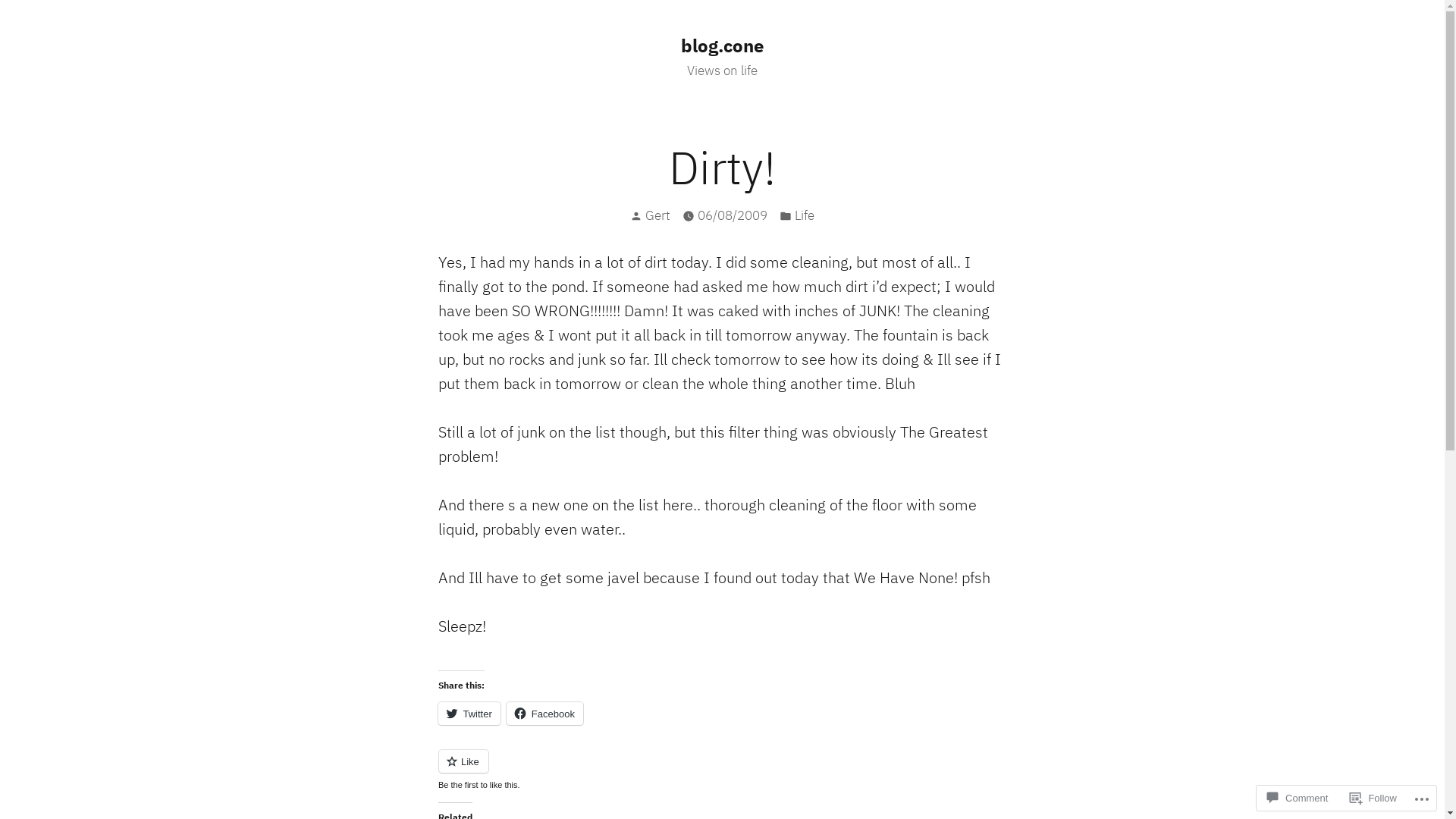 The image size is (1456, 819). What do you see at coordinates (544, 714) in the screenshot?
I see `'Facebook'` at bounding box center [544, 714].